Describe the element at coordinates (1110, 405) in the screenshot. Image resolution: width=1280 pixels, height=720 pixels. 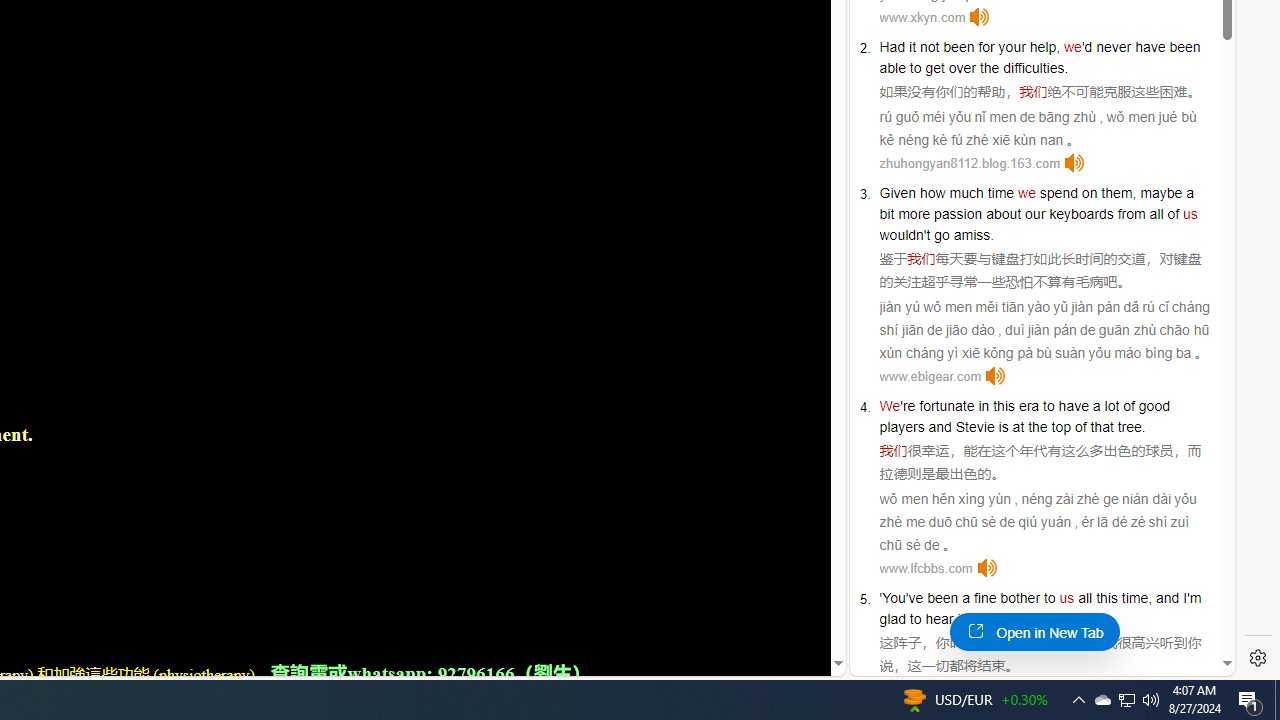
I see `'lot'` at that location.